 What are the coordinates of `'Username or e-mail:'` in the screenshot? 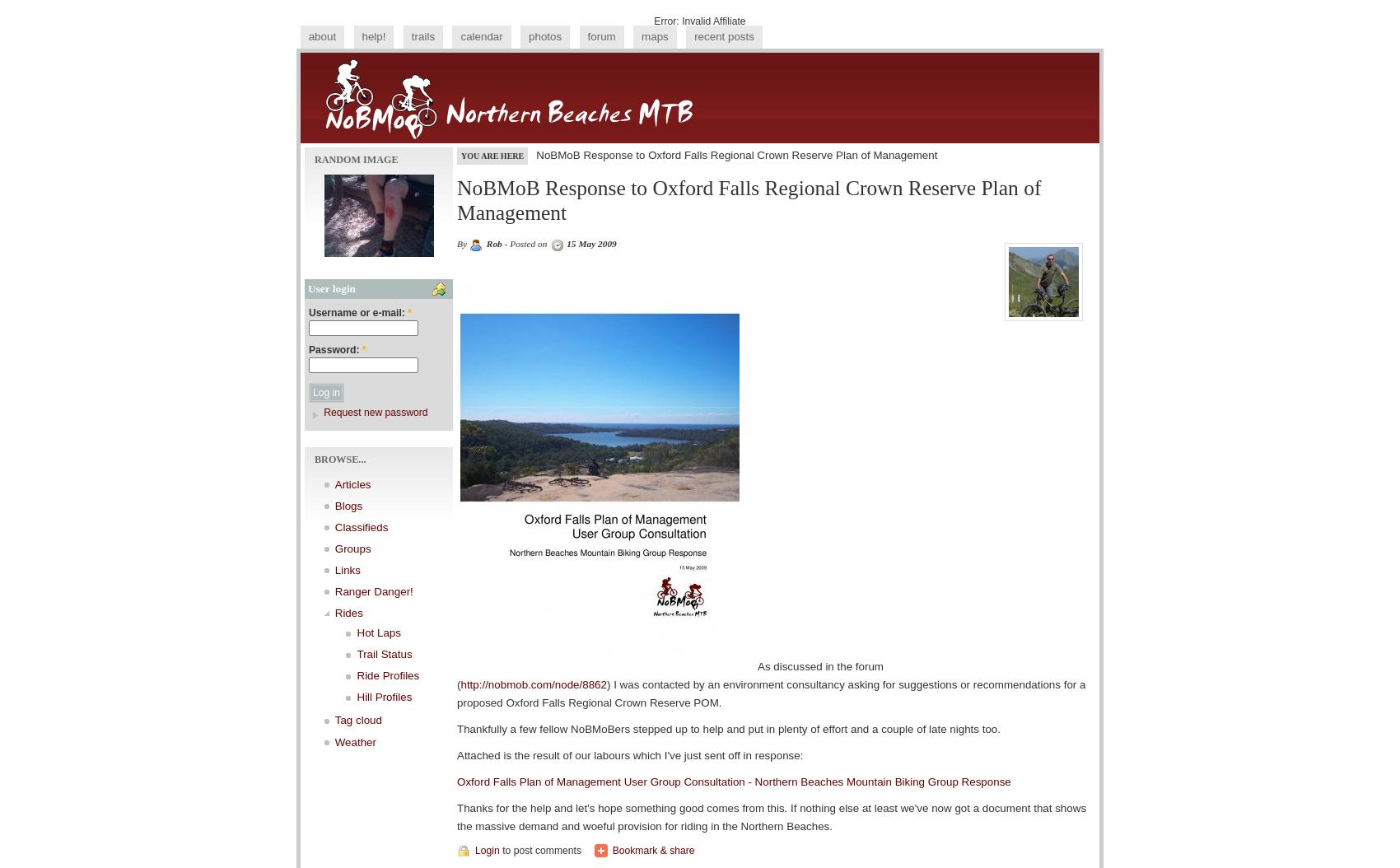 It's located at (358, 311).